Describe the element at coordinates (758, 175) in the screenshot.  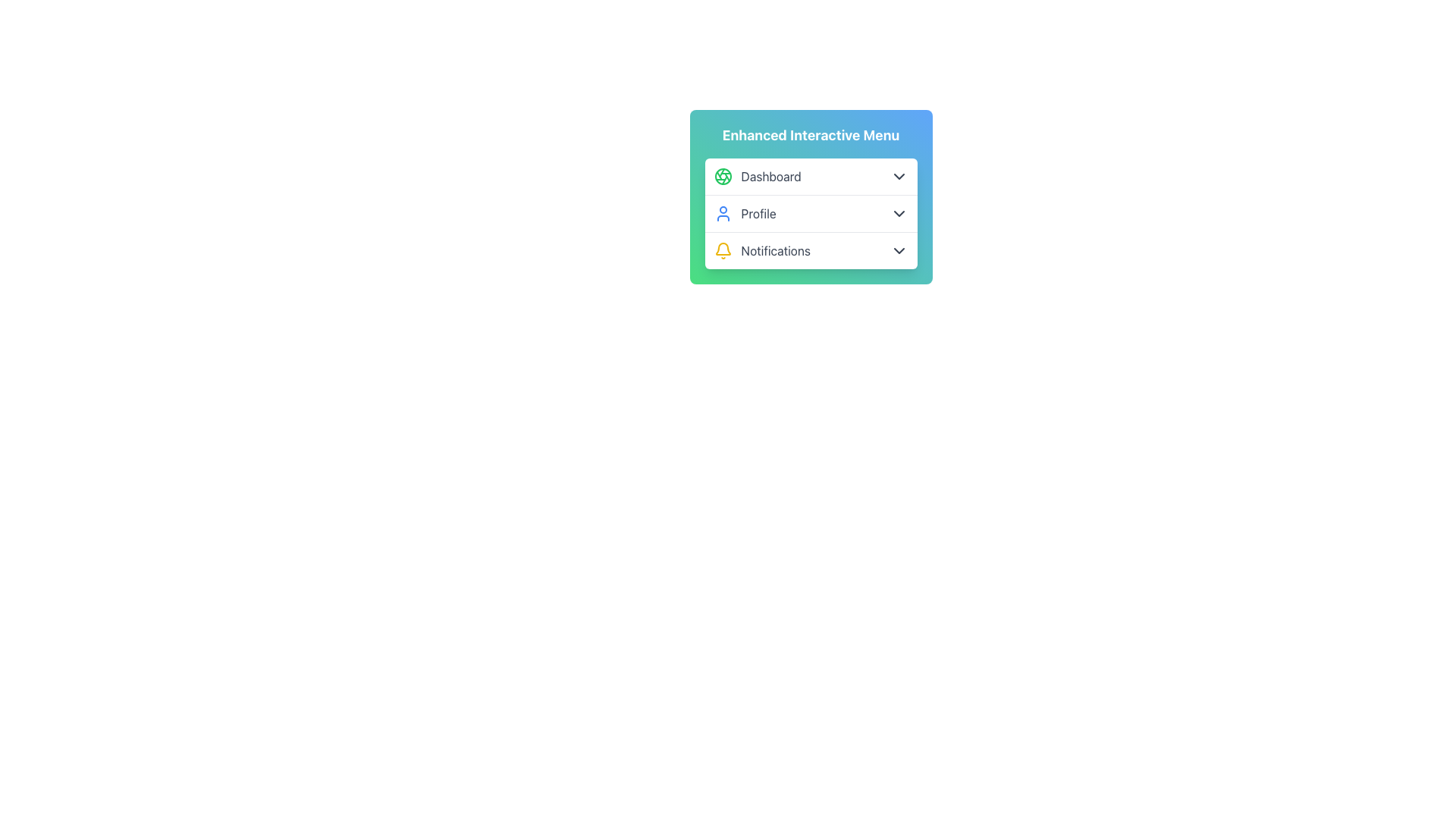
I see `the first entry in the dropdown menu that acts as a navigational link to the 'Dashboard' section` at that location.